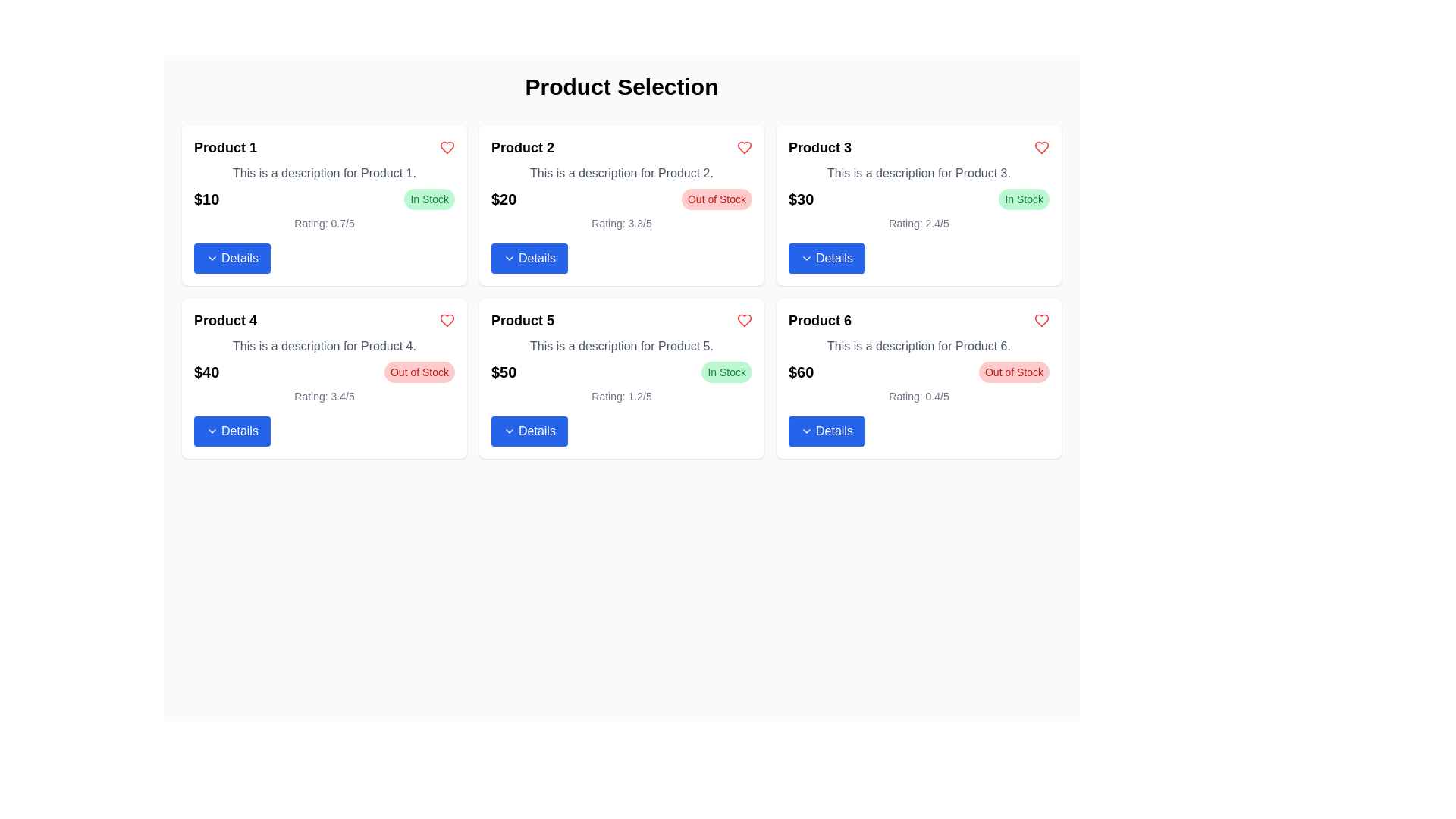  Describe the element at coordinates (447, 148) in the screenshot. I see `the red heart-shaped icon in the top-right corner of the 'Product 4' card` at that location.